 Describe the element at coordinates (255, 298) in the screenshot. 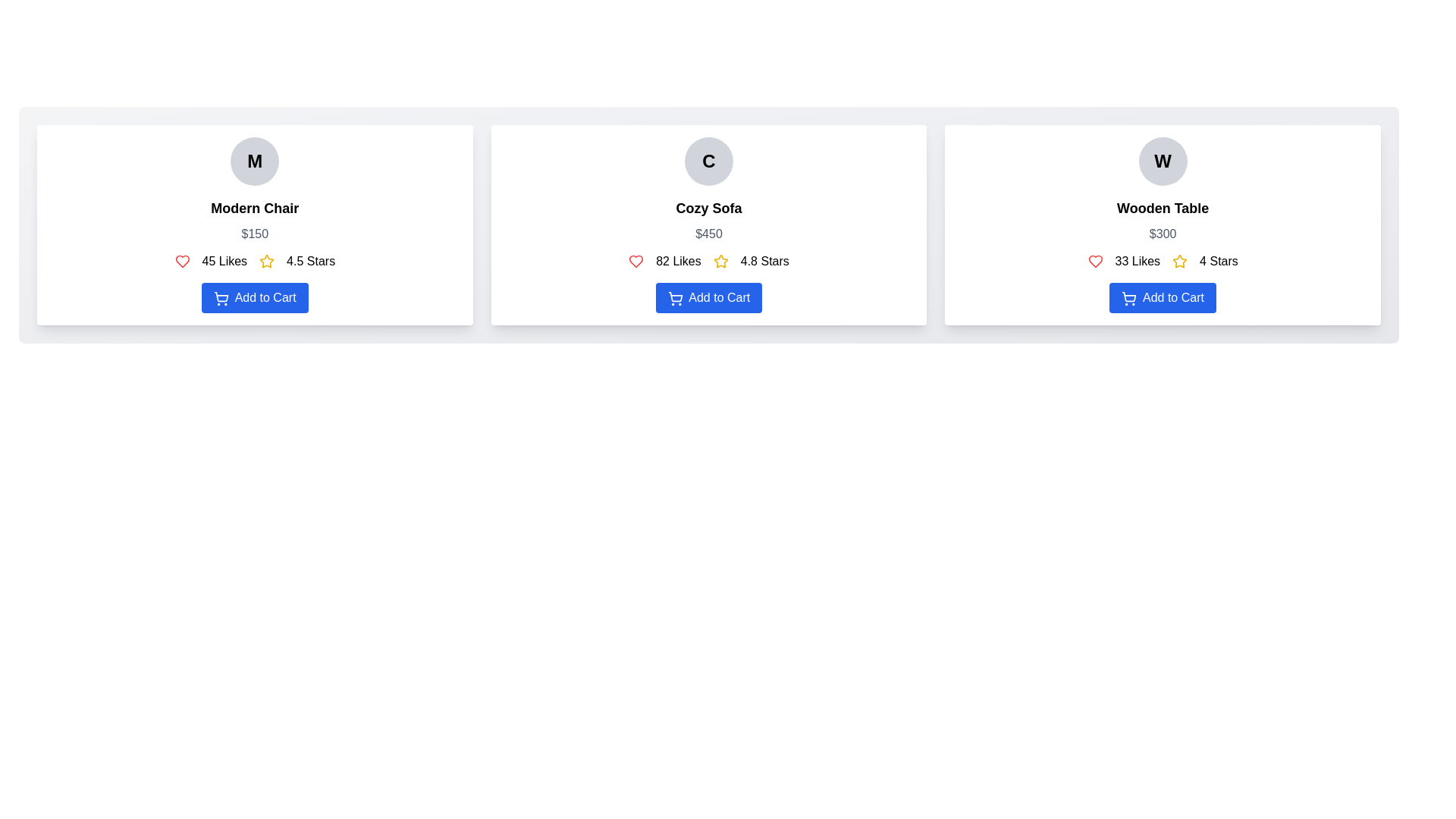

I see `the 'Add to Cart' button located at the bottom center of the product card for 'Modern Chair'` at that location.